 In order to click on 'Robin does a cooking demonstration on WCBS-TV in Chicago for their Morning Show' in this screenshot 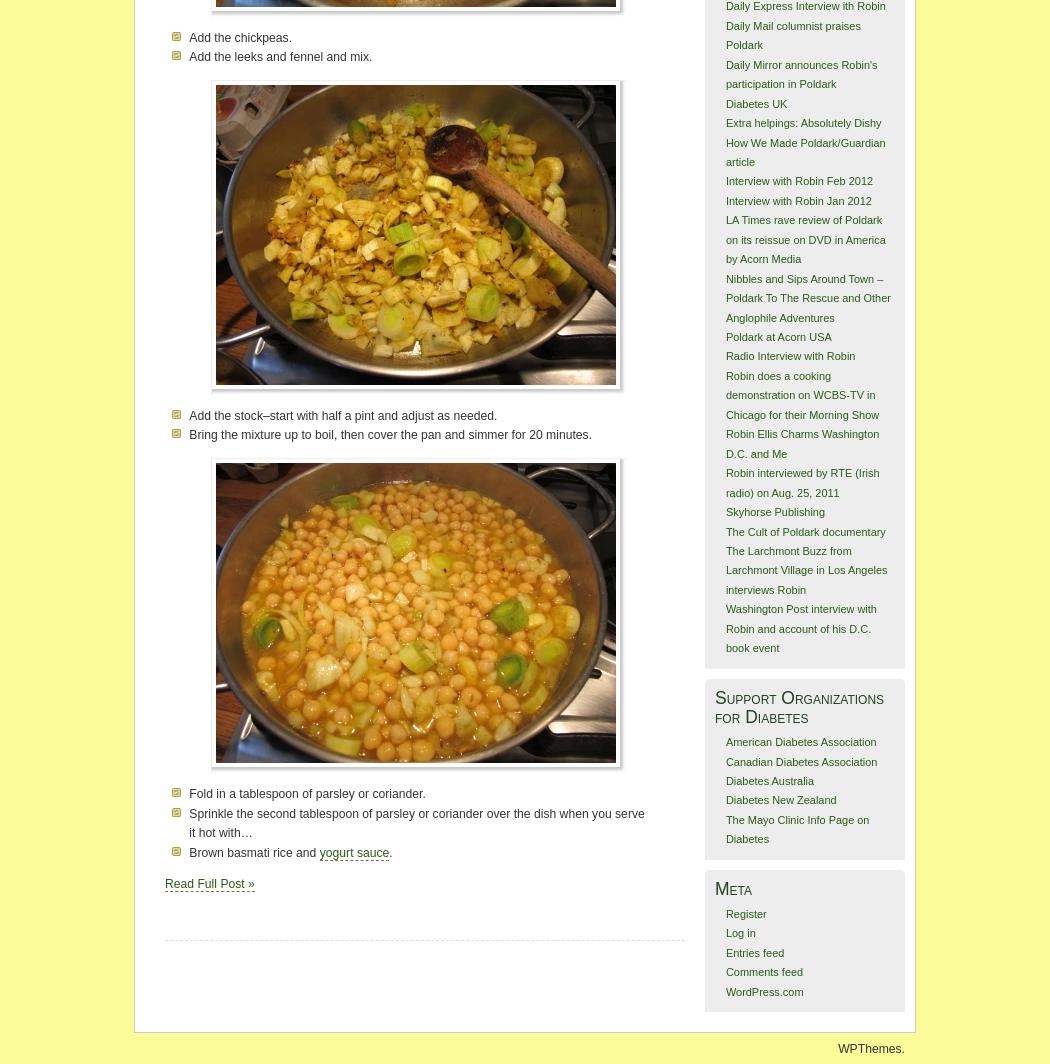, I will do `click(800, 394)`.